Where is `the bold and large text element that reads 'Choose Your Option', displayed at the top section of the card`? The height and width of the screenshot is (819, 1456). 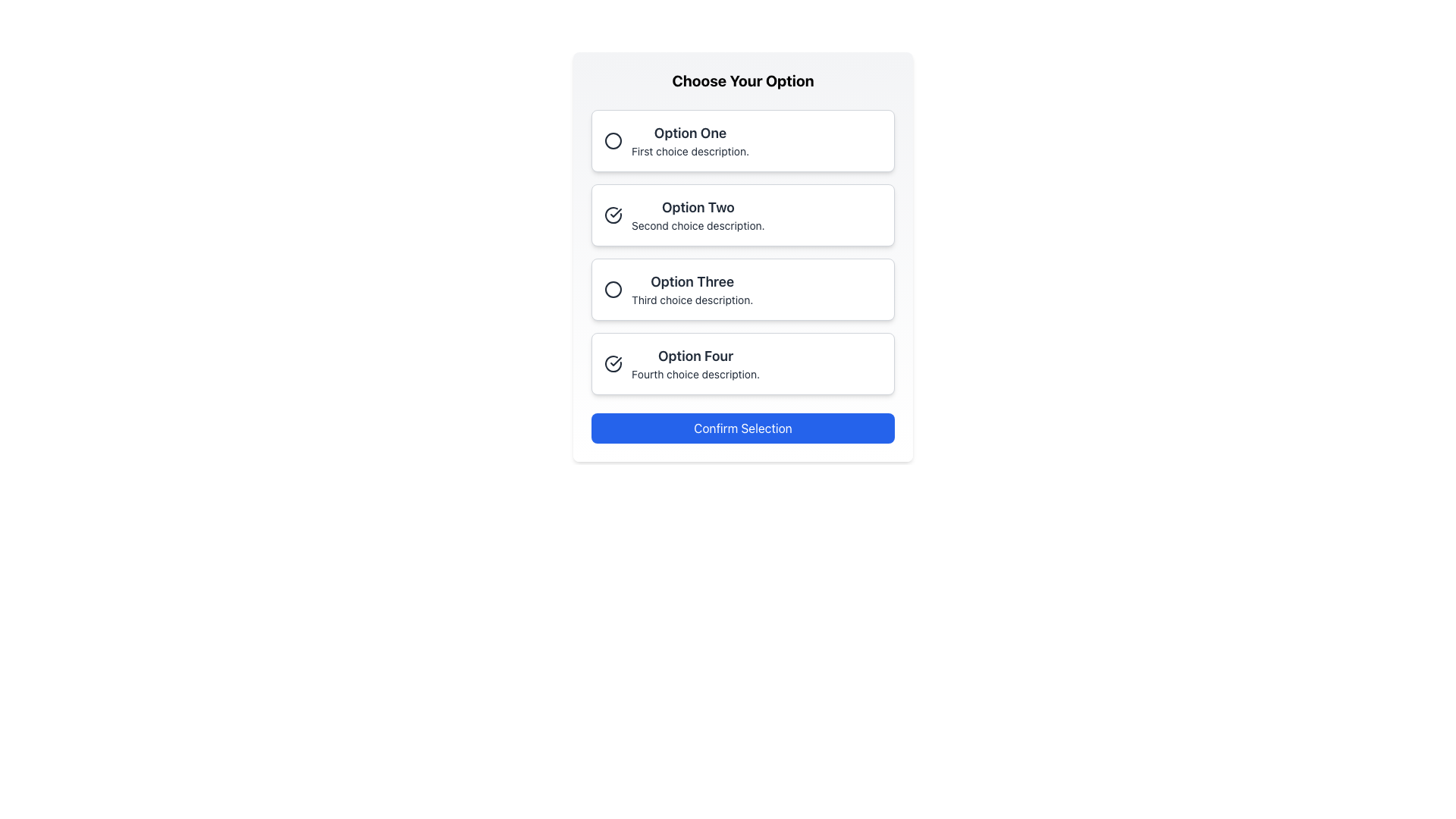
the bold and large text element that reads 'Choose Your Option', displayed at the top section of the card is located at coordinates (742, 81).